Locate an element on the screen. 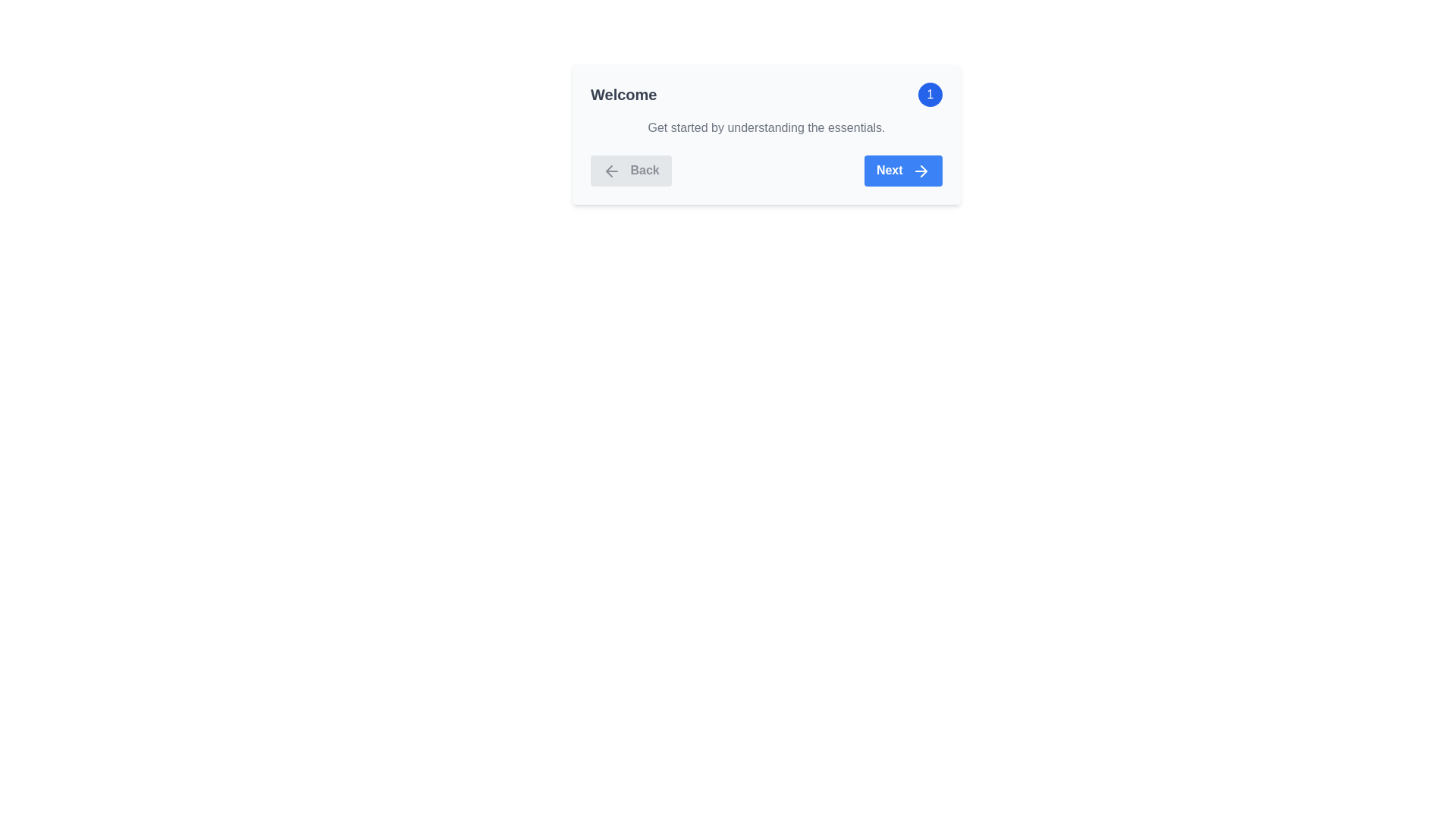  the informative text label that provides user guidance, located below the 'Welcome' heading and above the 'Back' and 'Next' navigation buttons is located at coordinates (767, 127).